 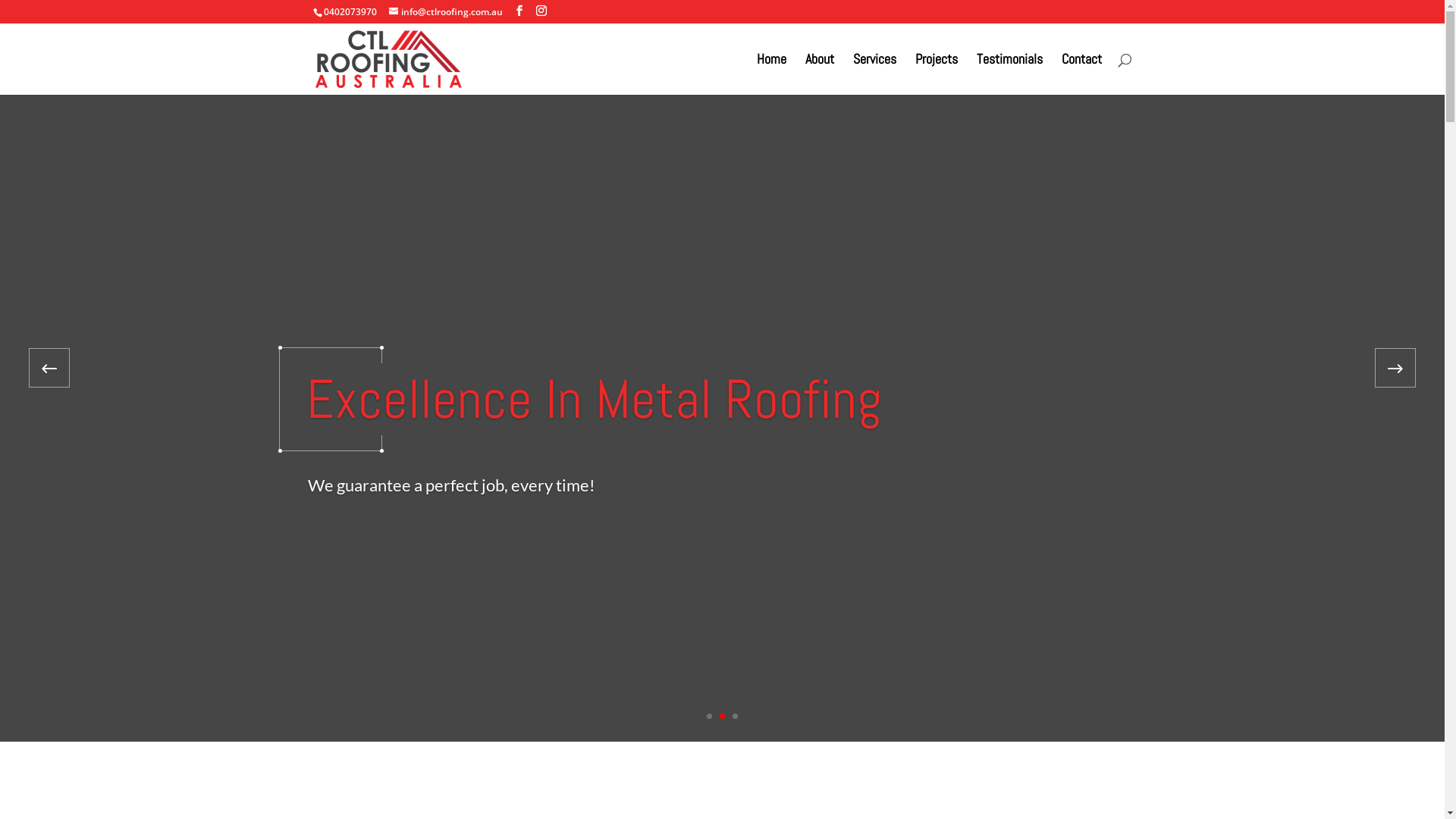 What do you see at coordinates (818, 74) in the screenshot?
I see `'About'` at bounding box center [818, 74].